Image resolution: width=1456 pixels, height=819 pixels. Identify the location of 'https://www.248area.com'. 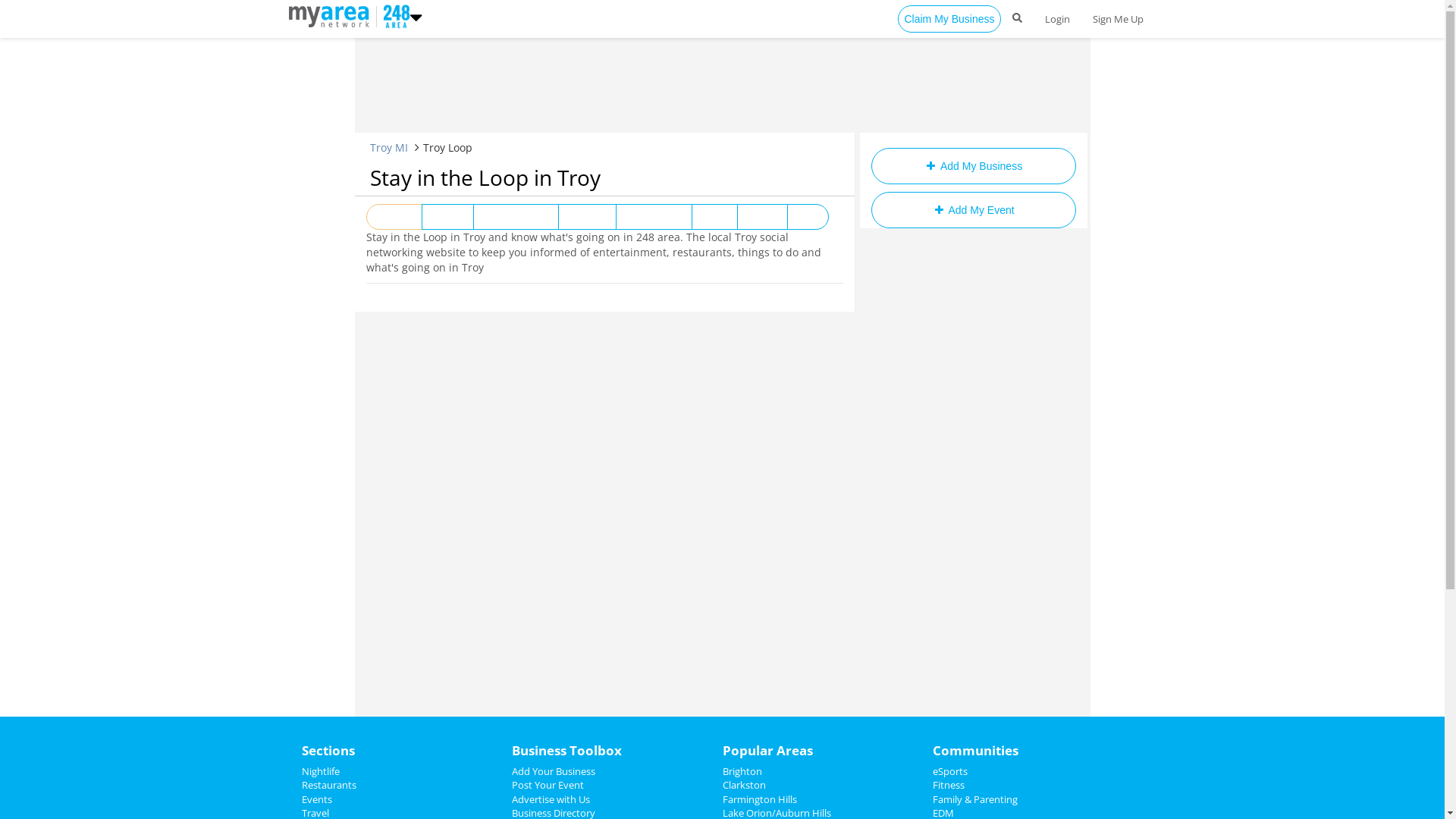
(331, 14).